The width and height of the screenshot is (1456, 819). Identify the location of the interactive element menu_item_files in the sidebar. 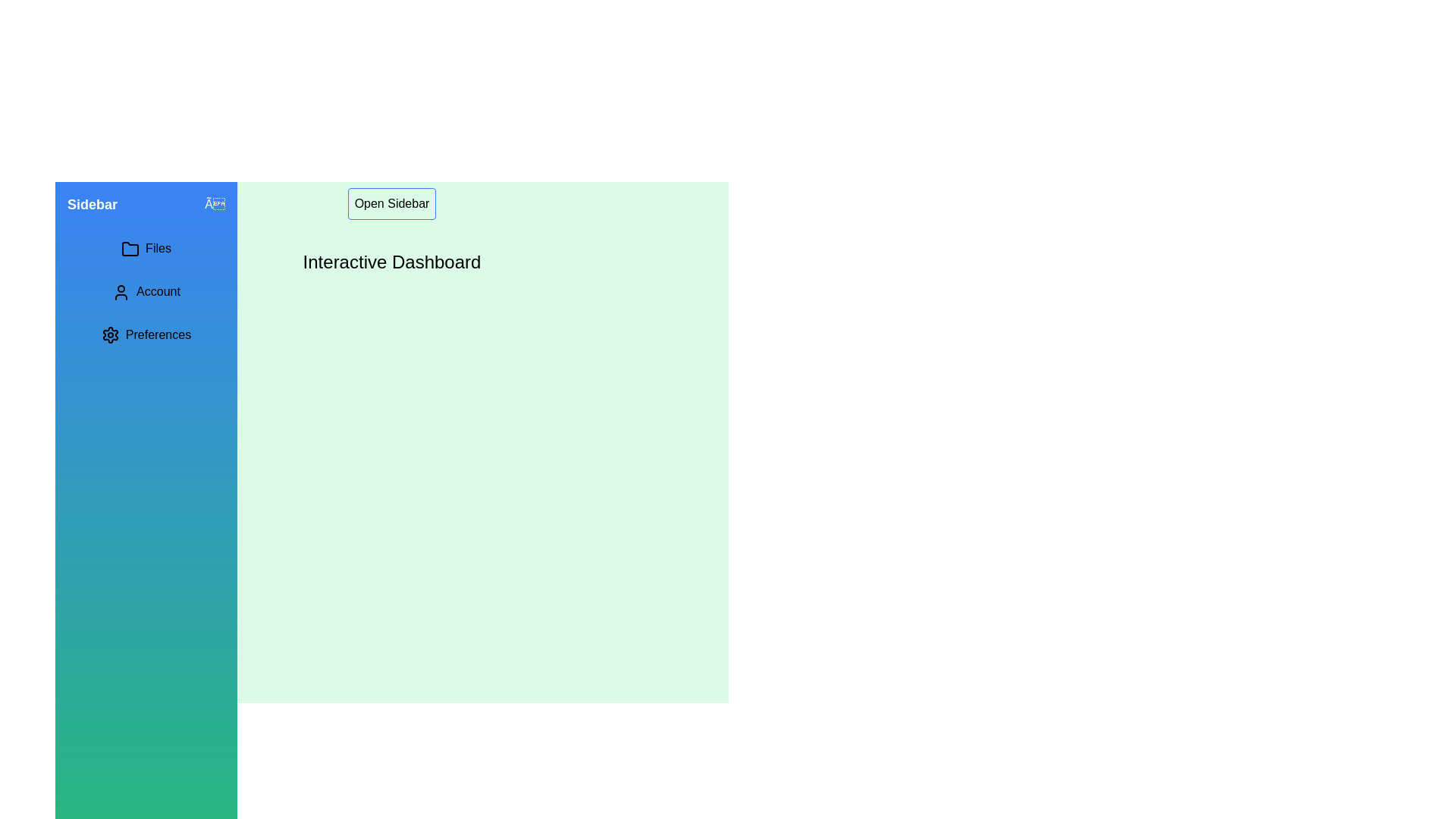
(146, 248).